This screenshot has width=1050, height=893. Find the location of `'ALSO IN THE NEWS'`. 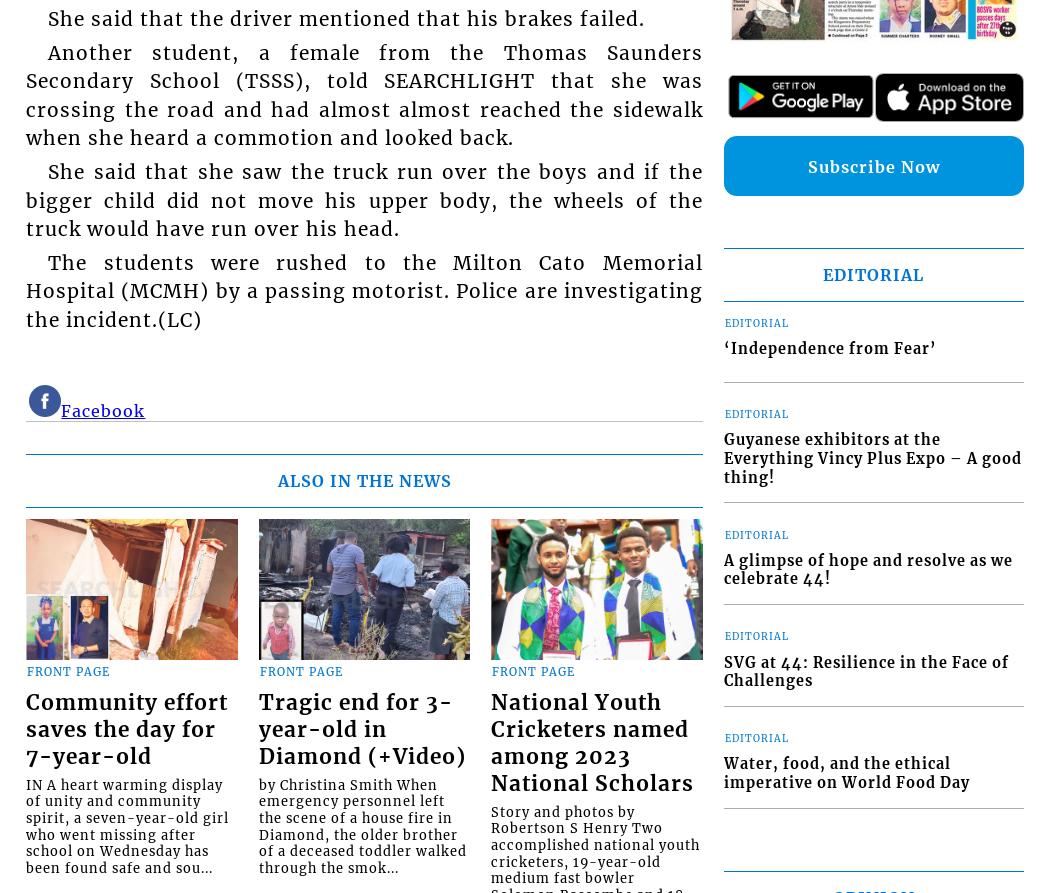

'ALSO IN THE NEWS' is located at coordinates (363, 478).